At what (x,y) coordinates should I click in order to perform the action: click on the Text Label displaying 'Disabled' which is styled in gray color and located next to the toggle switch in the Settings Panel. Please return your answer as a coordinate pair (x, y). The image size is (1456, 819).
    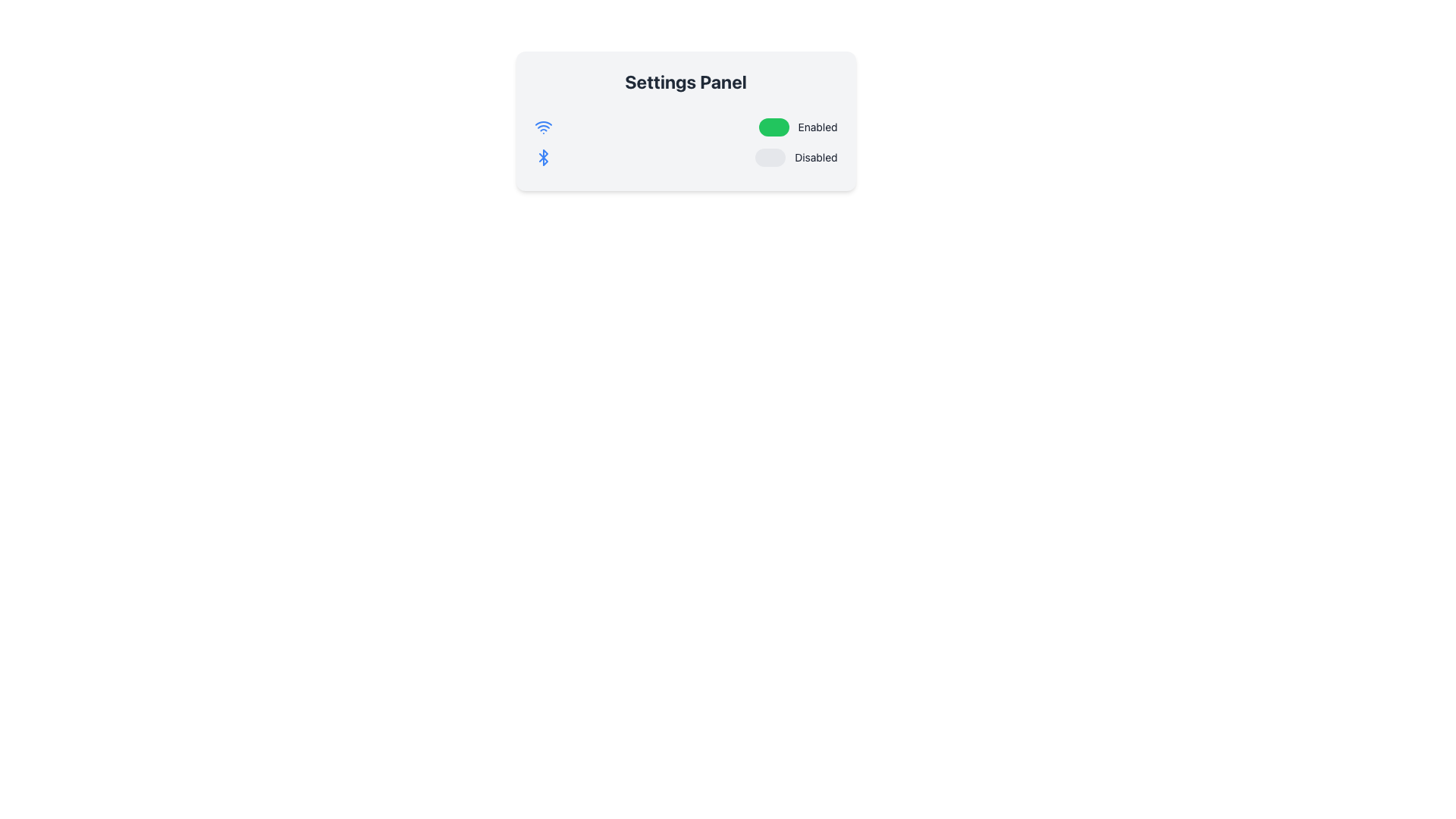
    Looking at the image, I should click on (815, 158).